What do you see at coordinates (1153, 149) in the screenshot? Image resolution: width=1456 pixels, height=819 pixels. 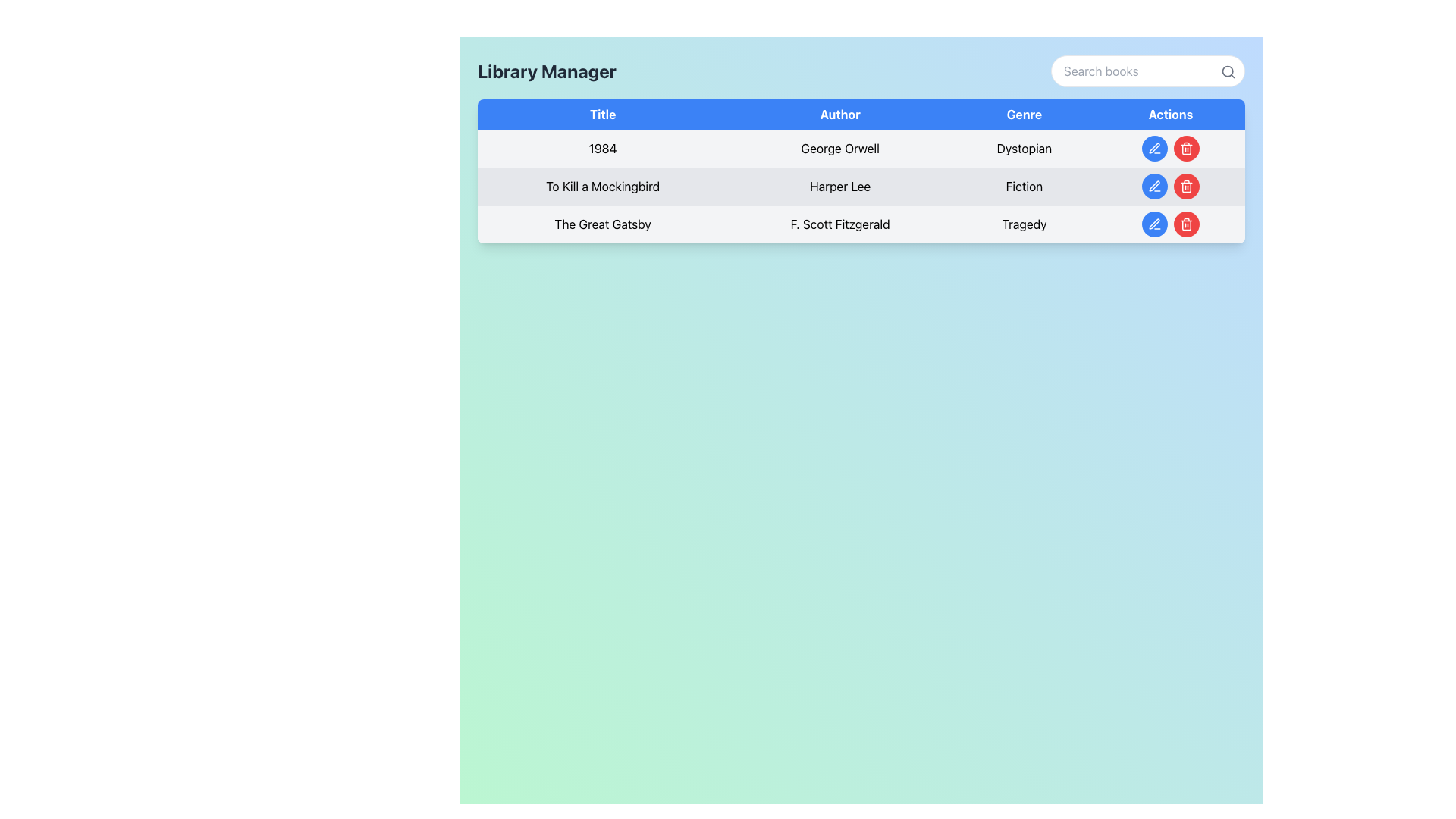 I see `the first icon in the 'Actions' column for the row corresponding to the book '1984'` at bounding box center [1153, 149].